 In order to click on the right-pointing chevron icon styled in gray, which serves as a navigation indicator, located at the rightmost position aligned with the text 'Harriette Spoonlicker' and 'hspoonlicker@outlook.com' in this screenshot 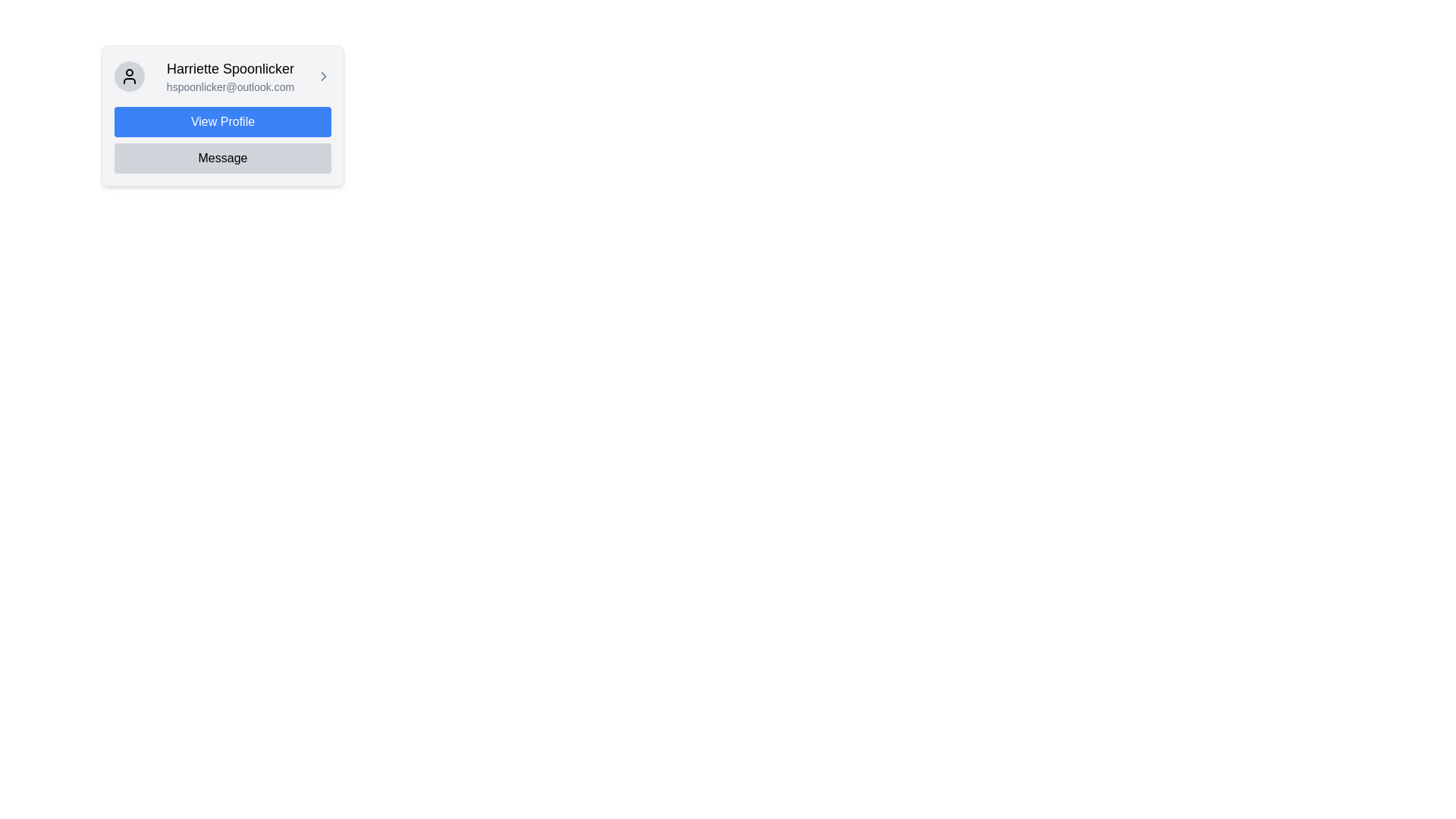, I will do `click(323, 76)`.